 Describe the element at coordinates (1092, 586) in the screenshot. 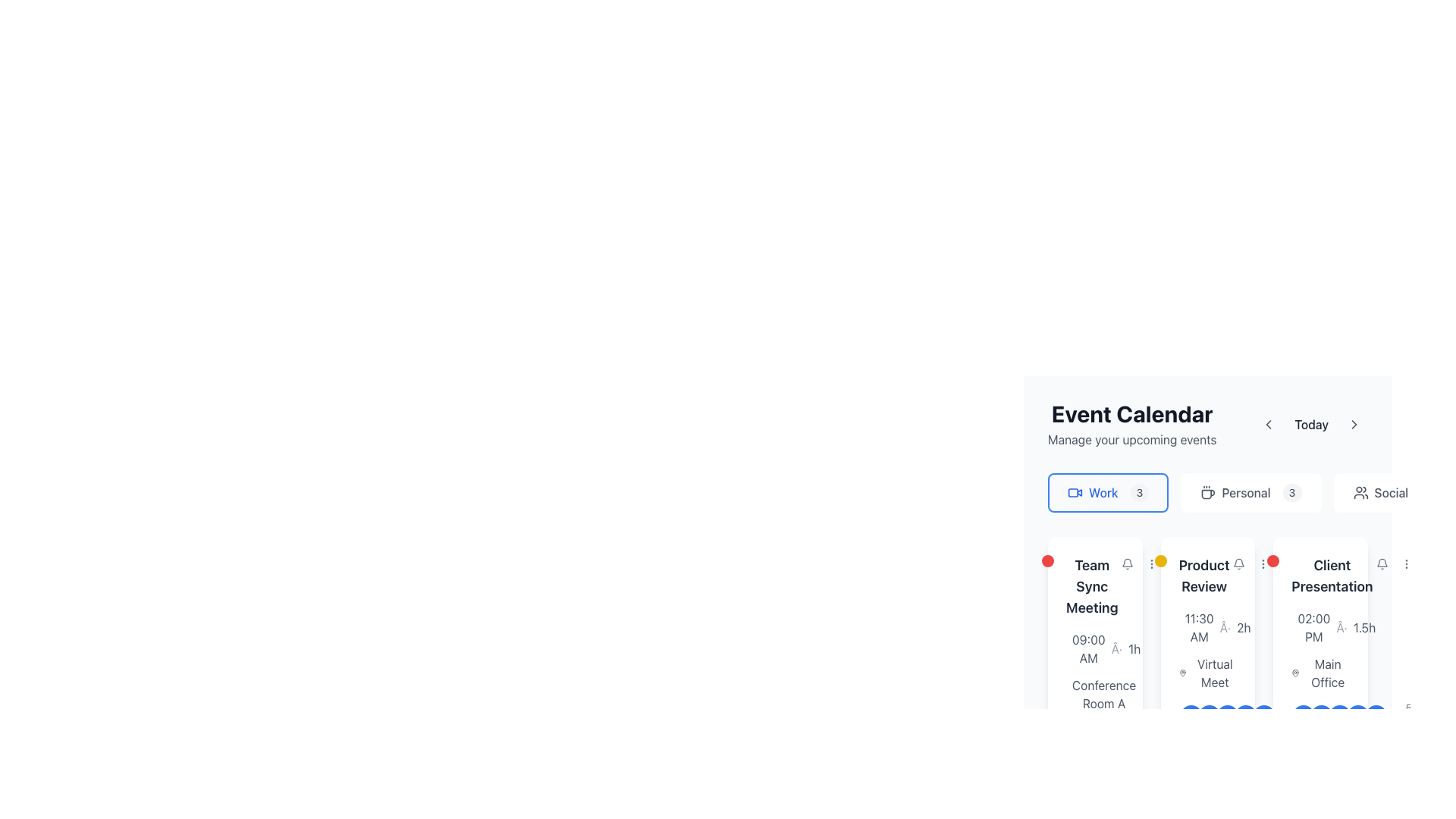

I see `the Text label that serves as the title of the scheduled event, located in the top left of the first event card under the 'Work' category` at that location.